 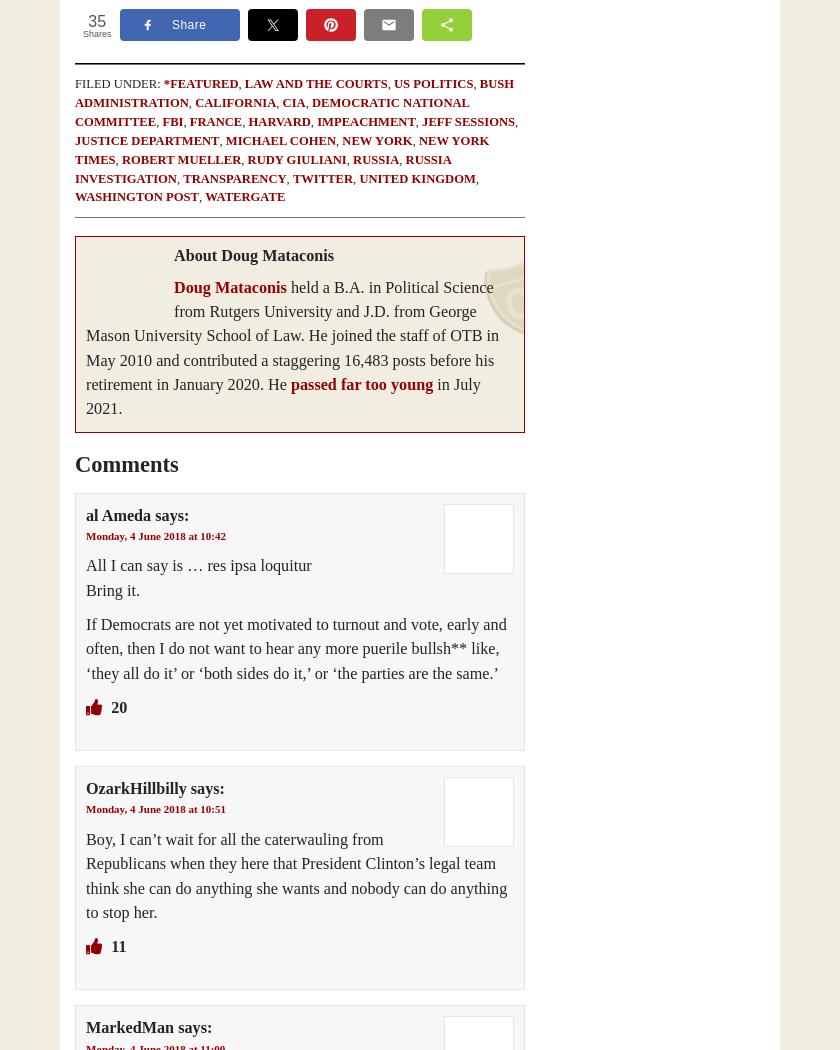 What do you see at coordinates (173, 255) in the screenshot?
I see `'About Doug Mataconis'` at bounding box center [173, 255].